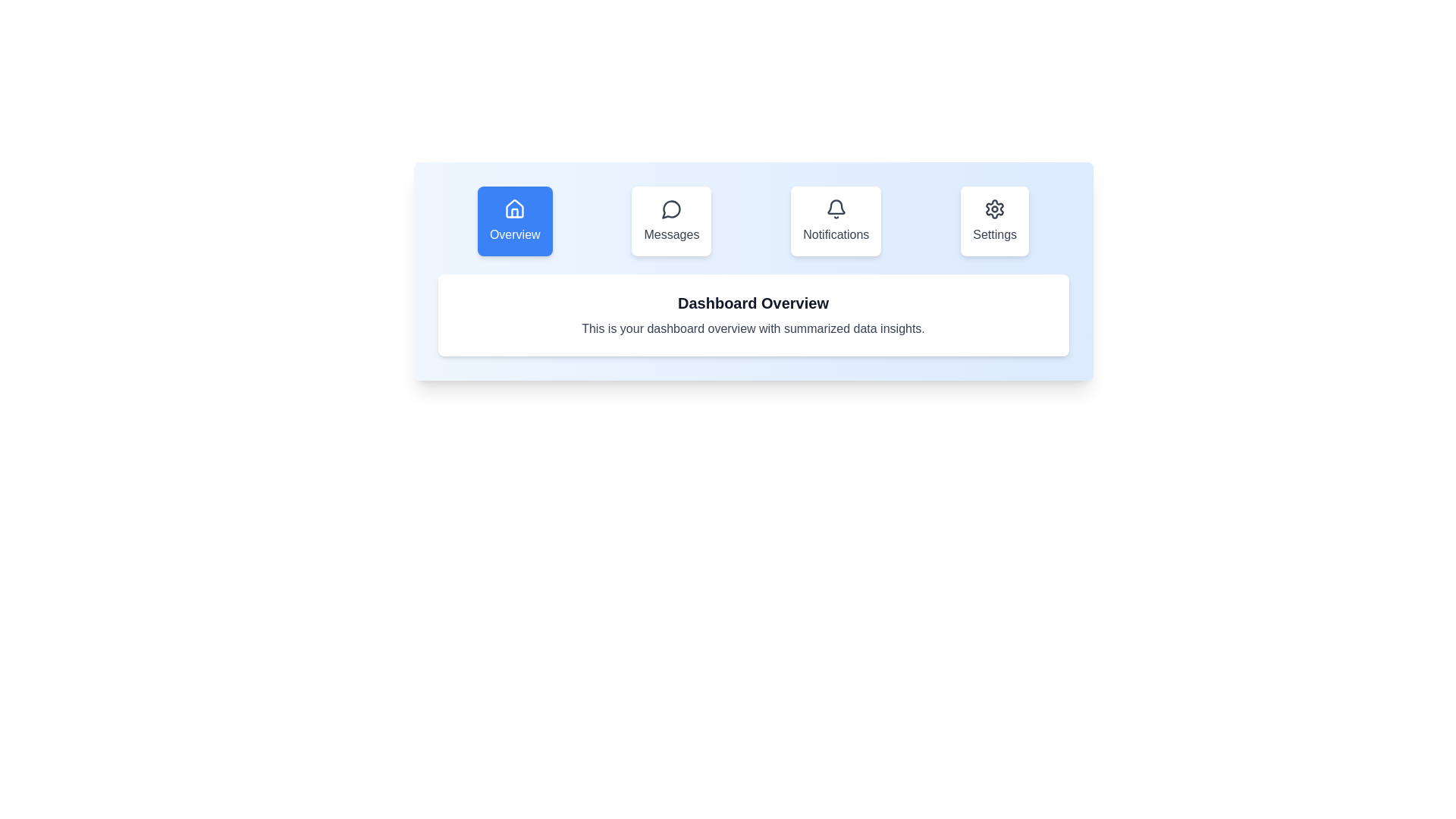  Describe the element at coordinates (835, 207) in the screenshot. I see `the vector graphic component of the notification bell icon, which is the third icon from the left in the header section of the interface` at that location.